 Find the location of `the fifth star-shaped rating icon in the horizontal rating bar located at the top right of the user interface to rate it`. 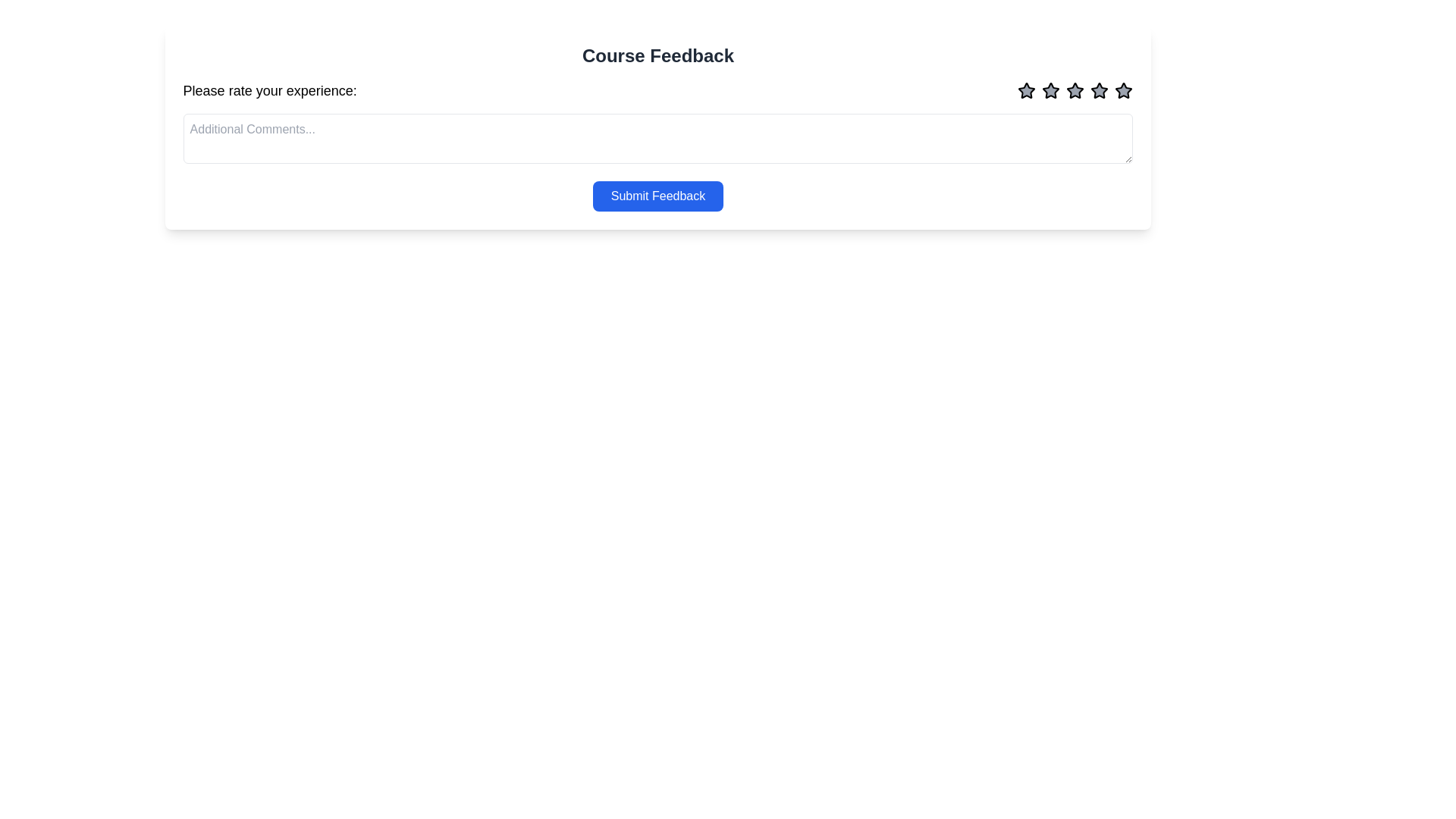

the fifth star-shaped rating icon in the horizontal rating bar located at the top right of the user interface to rate it is located at coordinates (1100, 90).